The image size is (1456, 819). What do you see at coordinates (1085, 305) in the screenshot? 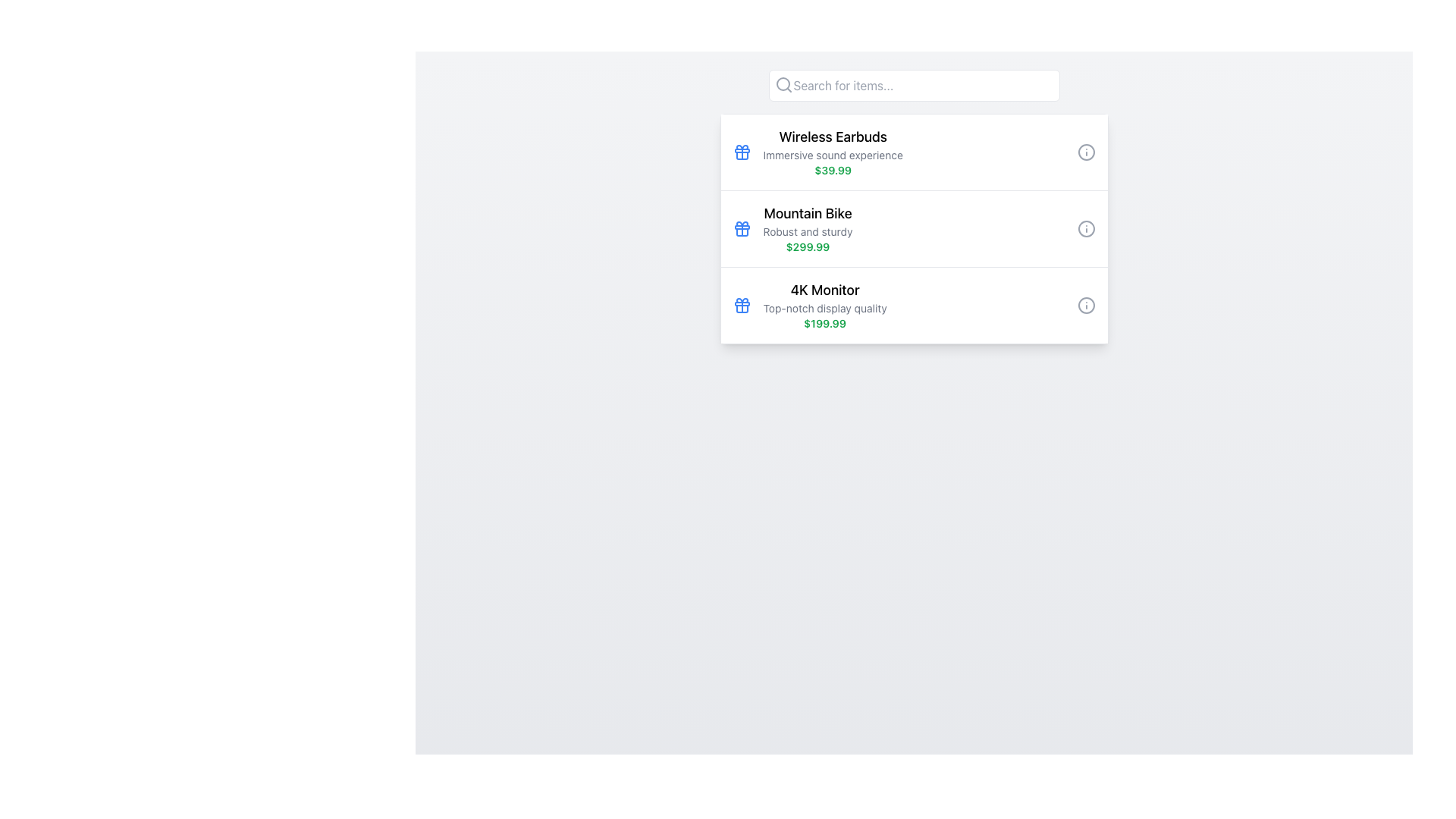
I see `the informational icon located at the right end of the third list item for the product '4K Monitor'` at bounding box center [1085, 305].